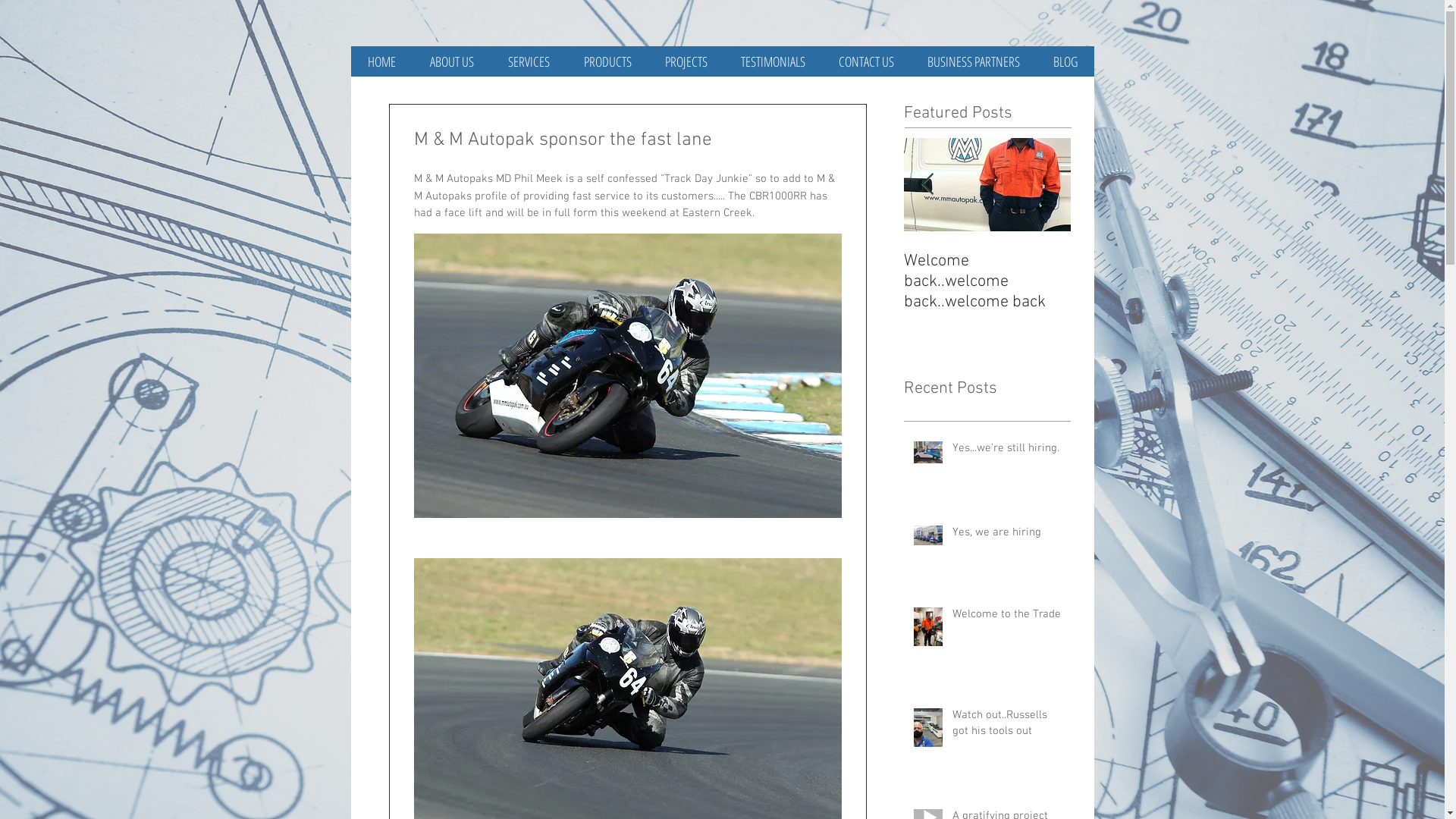  I want to click on 'Welcome to the Trade', so click(1007, 617).